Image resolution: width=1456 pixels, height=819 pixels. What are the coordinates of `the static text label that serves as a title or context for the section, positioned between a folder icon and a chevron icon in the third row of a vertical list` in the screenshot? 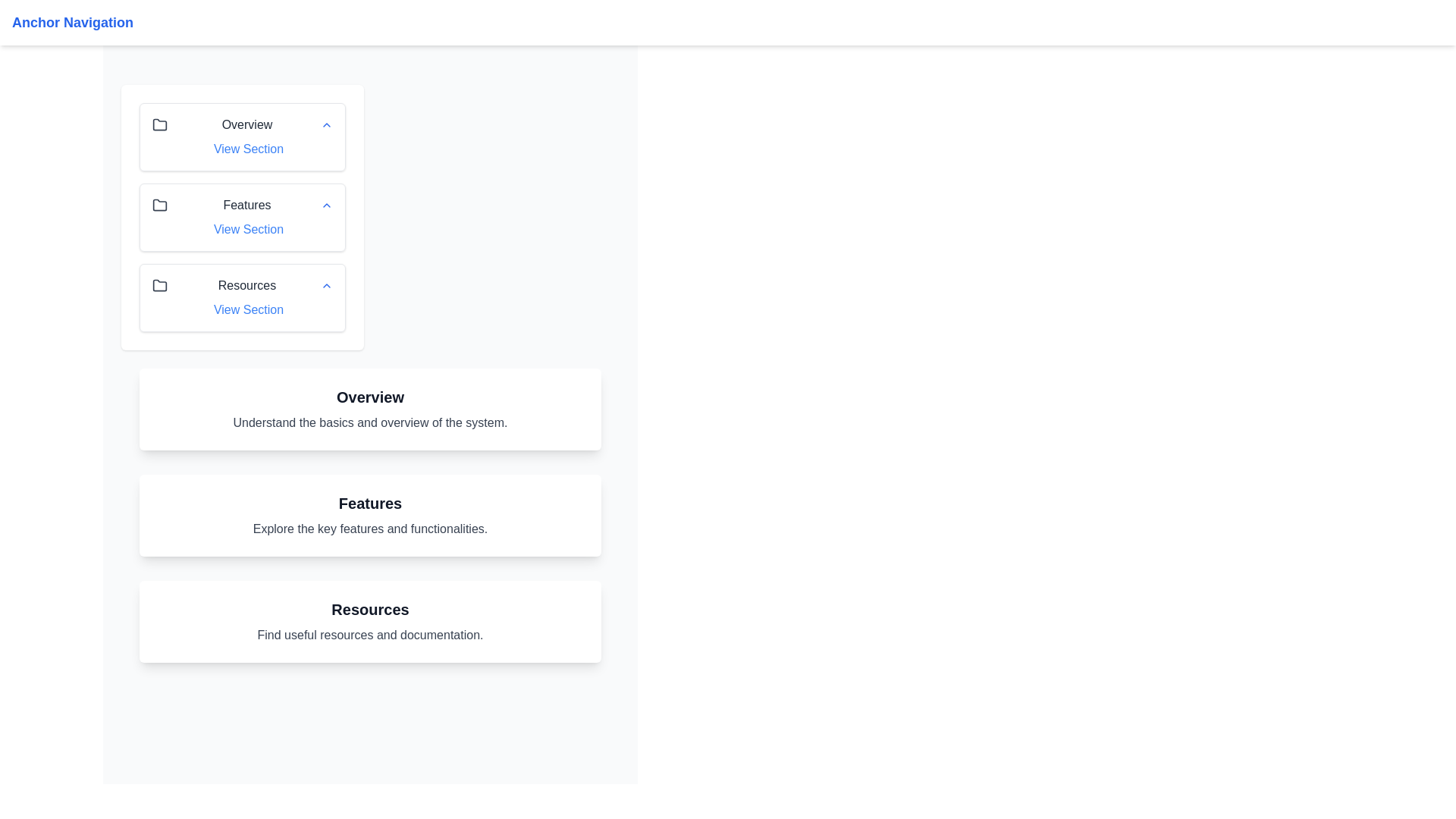 It's located at (247, 286).